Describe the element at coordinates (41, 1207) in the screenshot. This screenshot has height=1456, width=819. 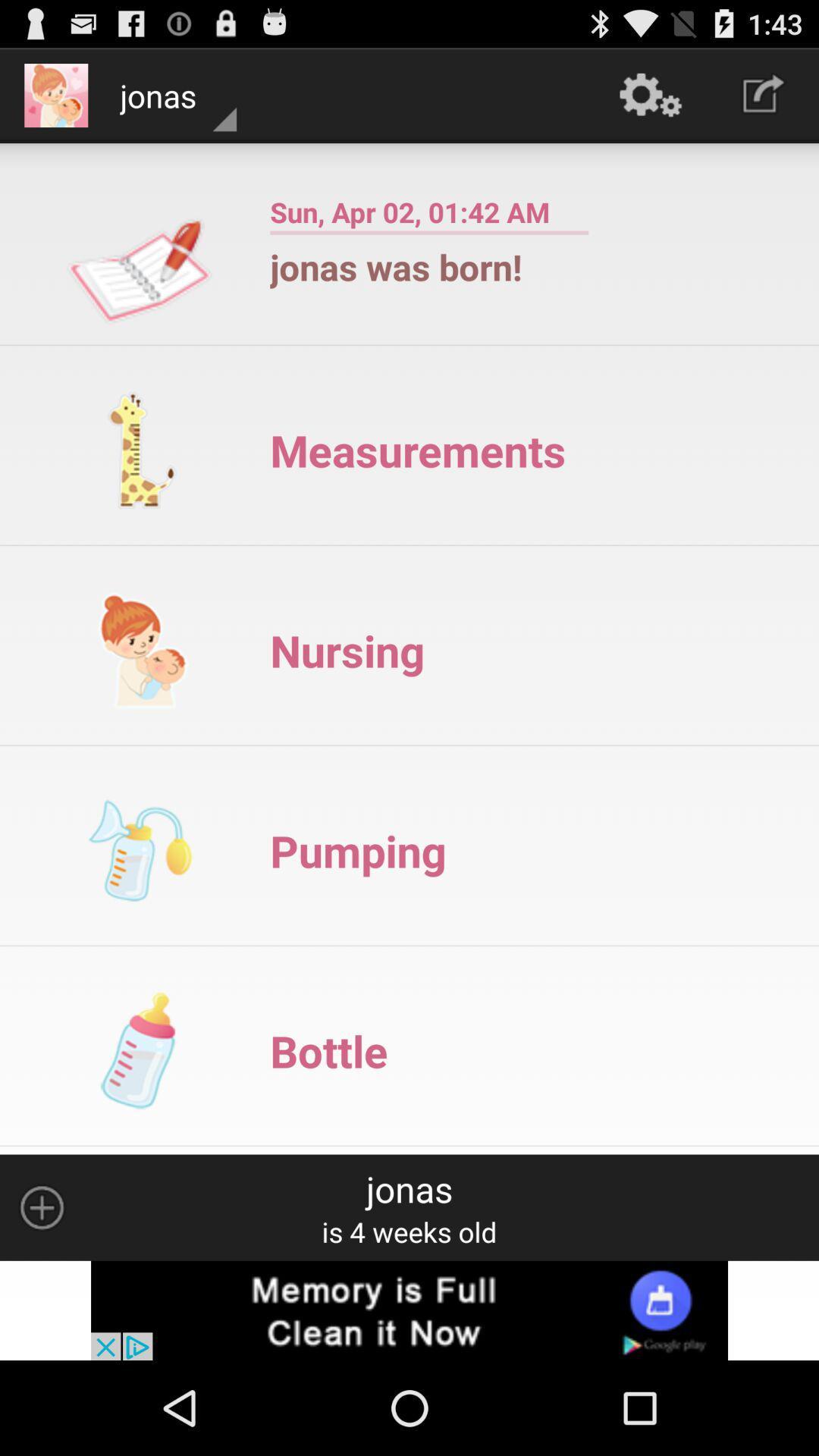
I see `click` at that location.